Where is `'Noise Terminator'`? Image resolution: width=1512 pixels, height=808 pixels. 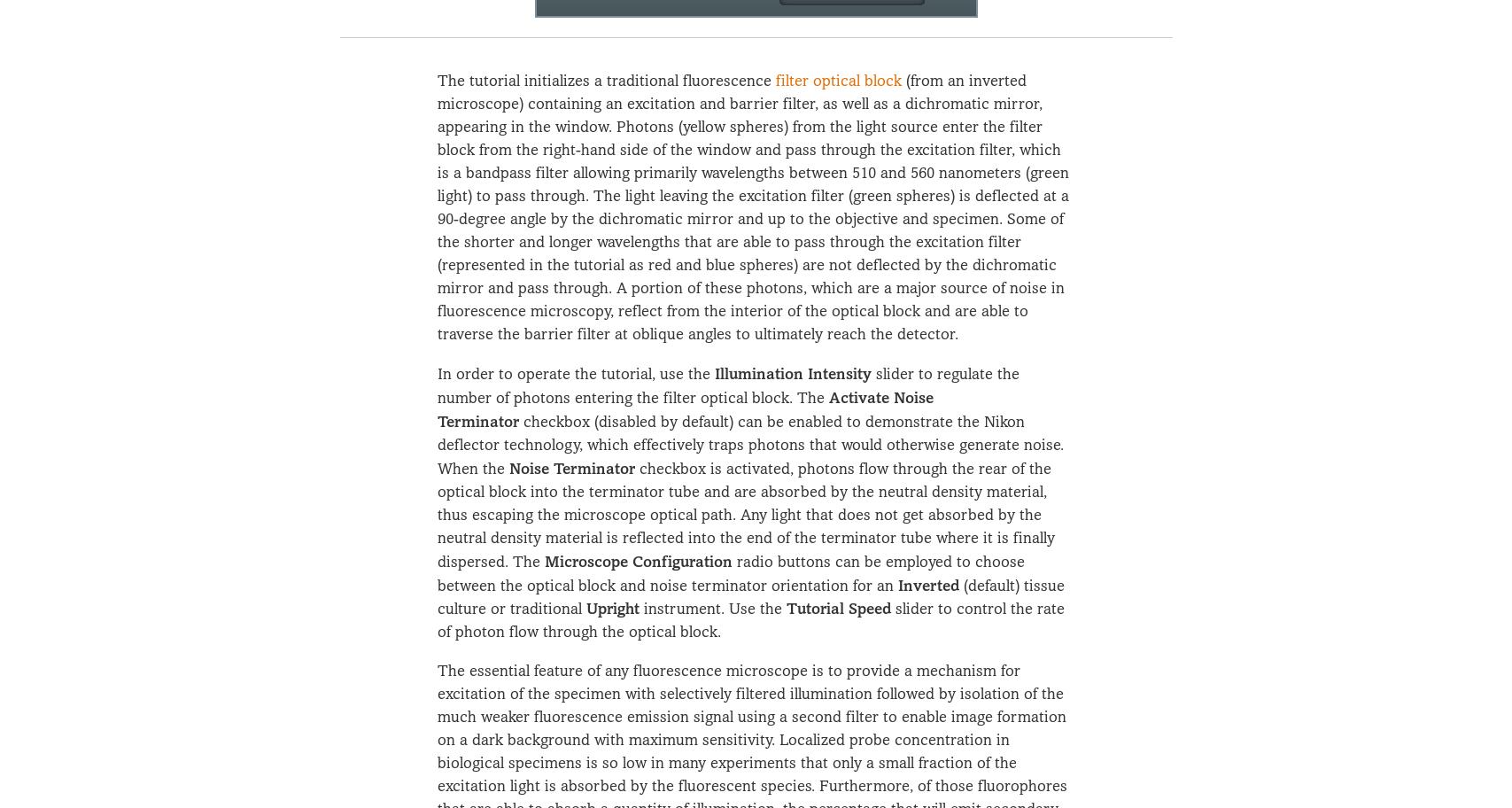 'Noise Terminator' is located at coordinates (508, 466).